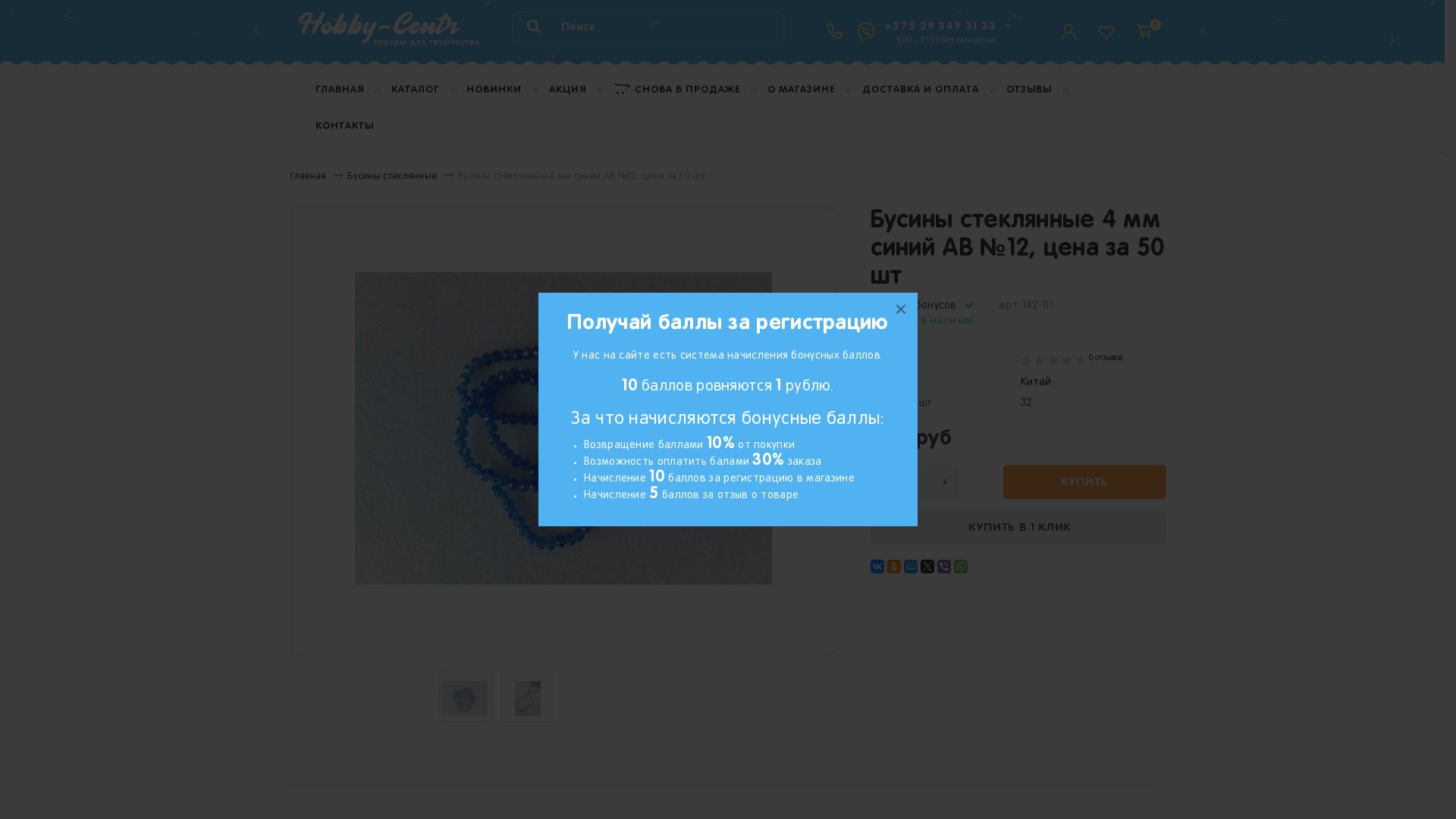  I want to click on '0', so click(1135, 23).